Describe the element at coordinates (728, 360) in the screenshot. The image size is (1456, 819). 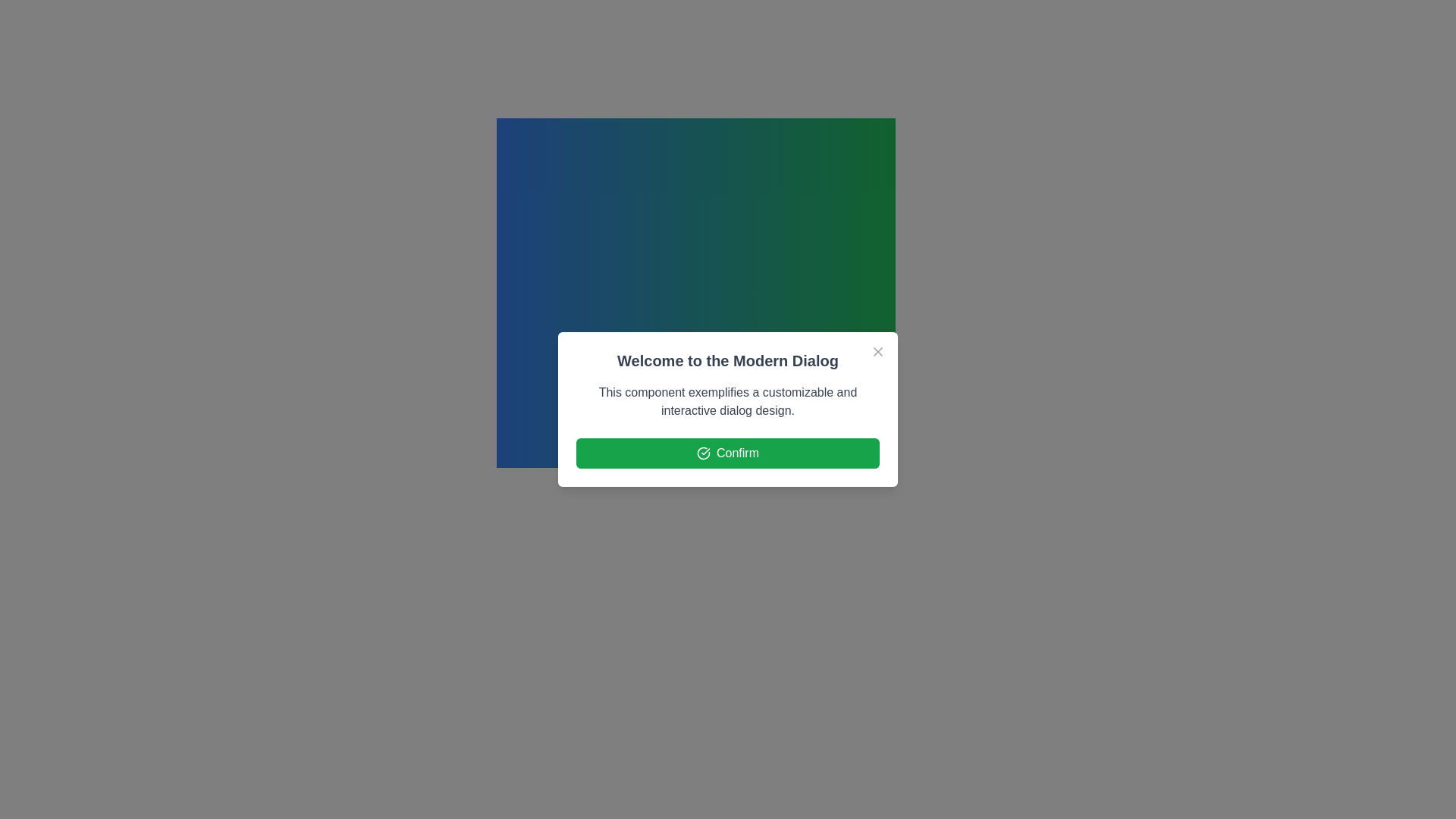
I see `text element displaying 'Welcome to the Modern Dialog', which is a large, bold header positioned centrally within the dialog box` at that location.